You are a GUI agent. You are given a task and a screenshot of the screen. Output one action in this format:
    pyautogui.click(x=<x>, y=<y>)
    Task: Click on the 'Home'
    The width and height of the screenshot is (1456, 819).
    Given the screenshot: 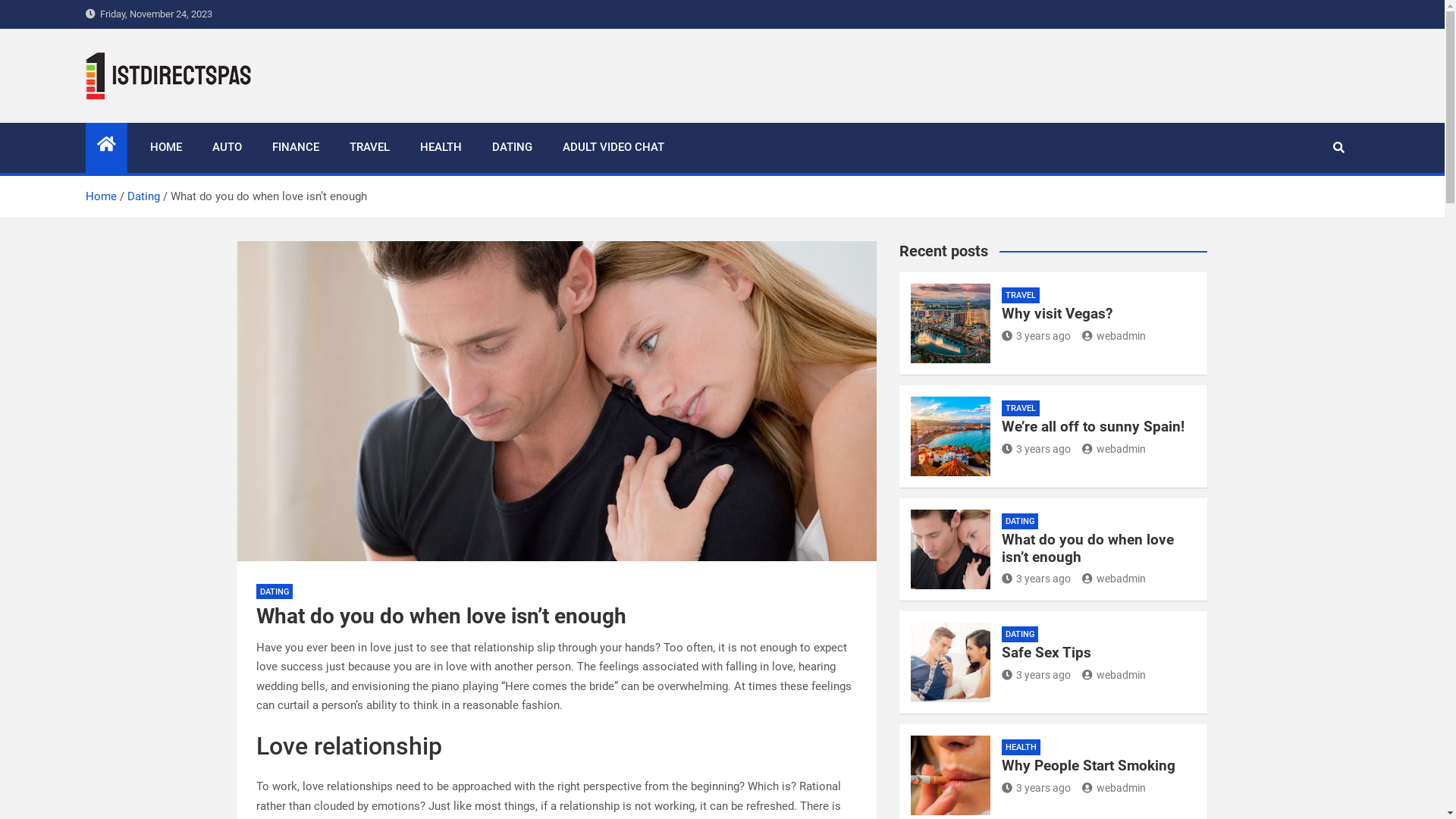 What is the action you would take?
    pyautogui.click(x=99, y=195)
    